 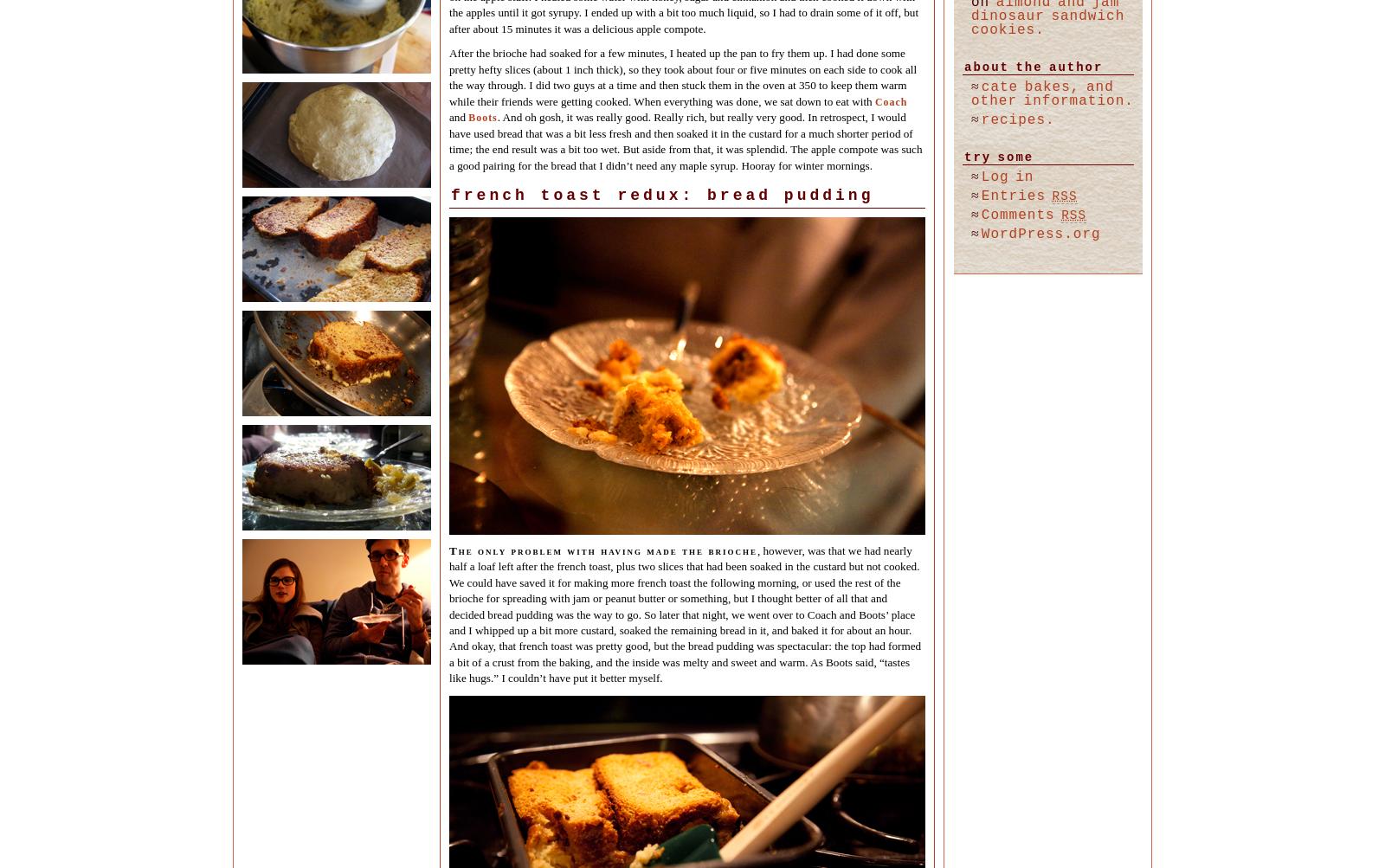 What do you see at coordinates (1039, 235) in the screenshot?
I see `'WordPress.org'` at bounding box center [1039, 235].